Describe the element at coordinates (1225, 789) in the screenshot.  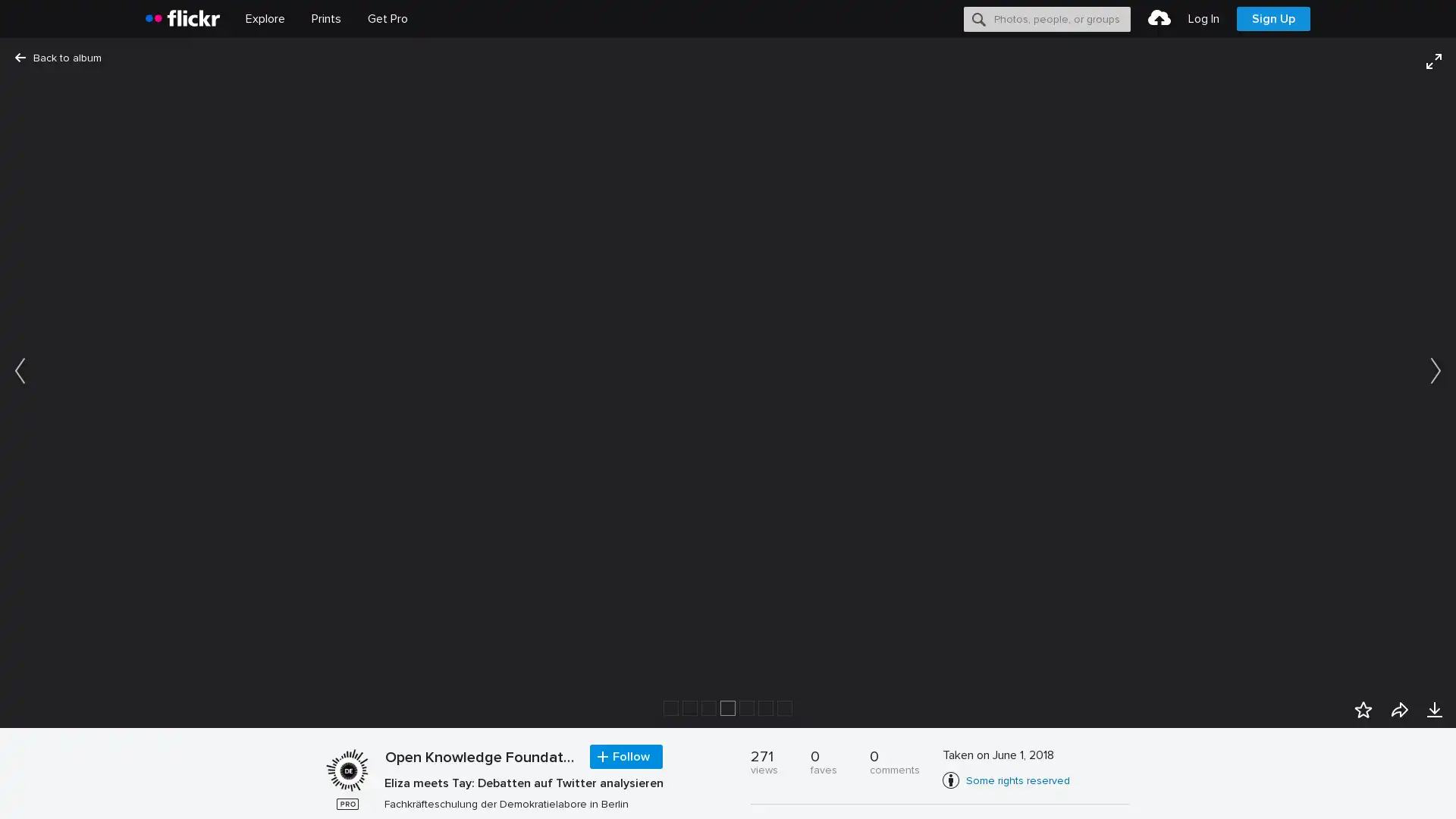
I see `Opt-out` at that location.